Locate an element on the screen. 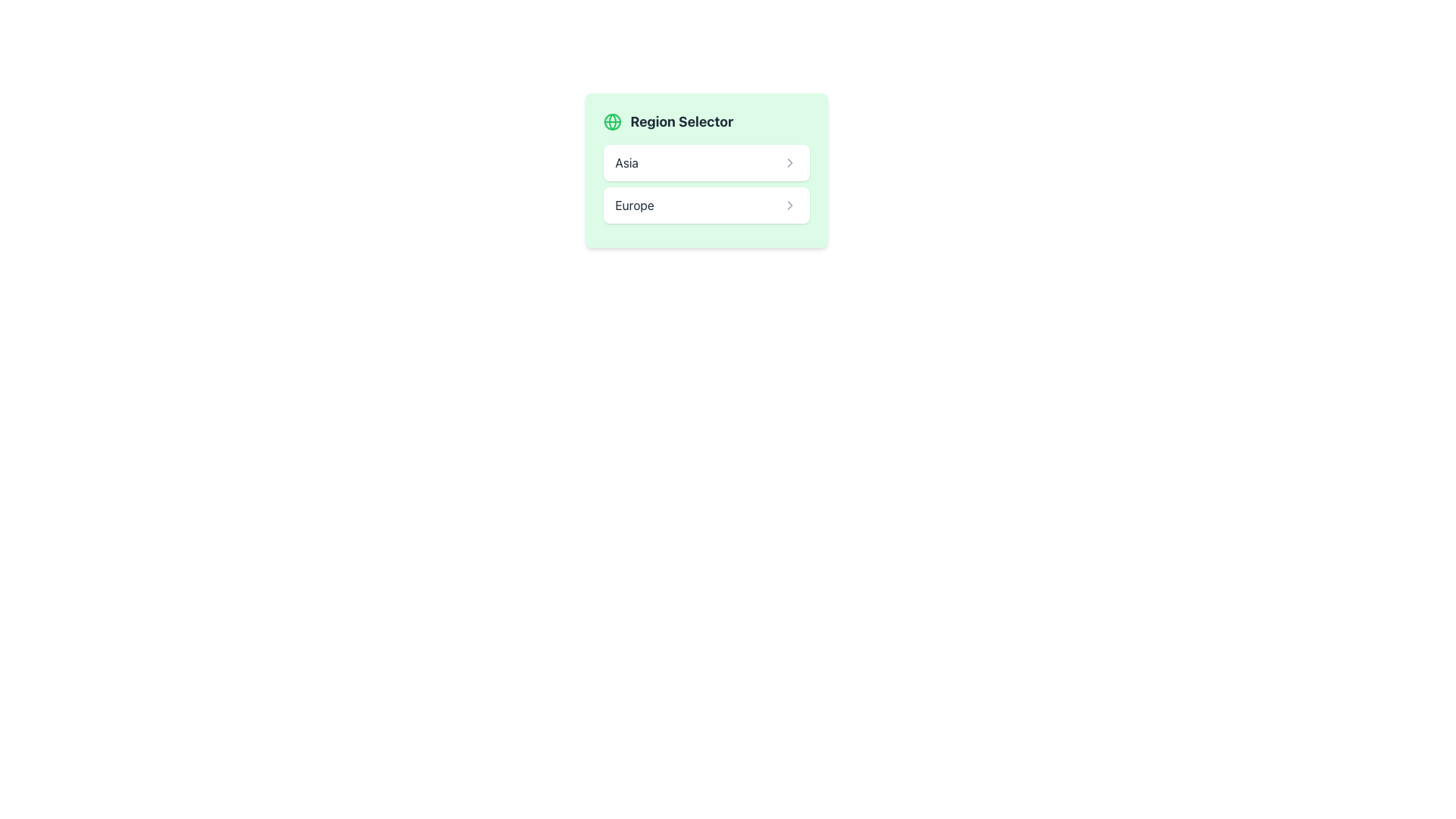 Image resolution: width=1456 pixels, height=819 pixels. the right-pointing chevron icon located at the far-right end of the row displaying the text 'Asia' is located at coordinates (789, 163).